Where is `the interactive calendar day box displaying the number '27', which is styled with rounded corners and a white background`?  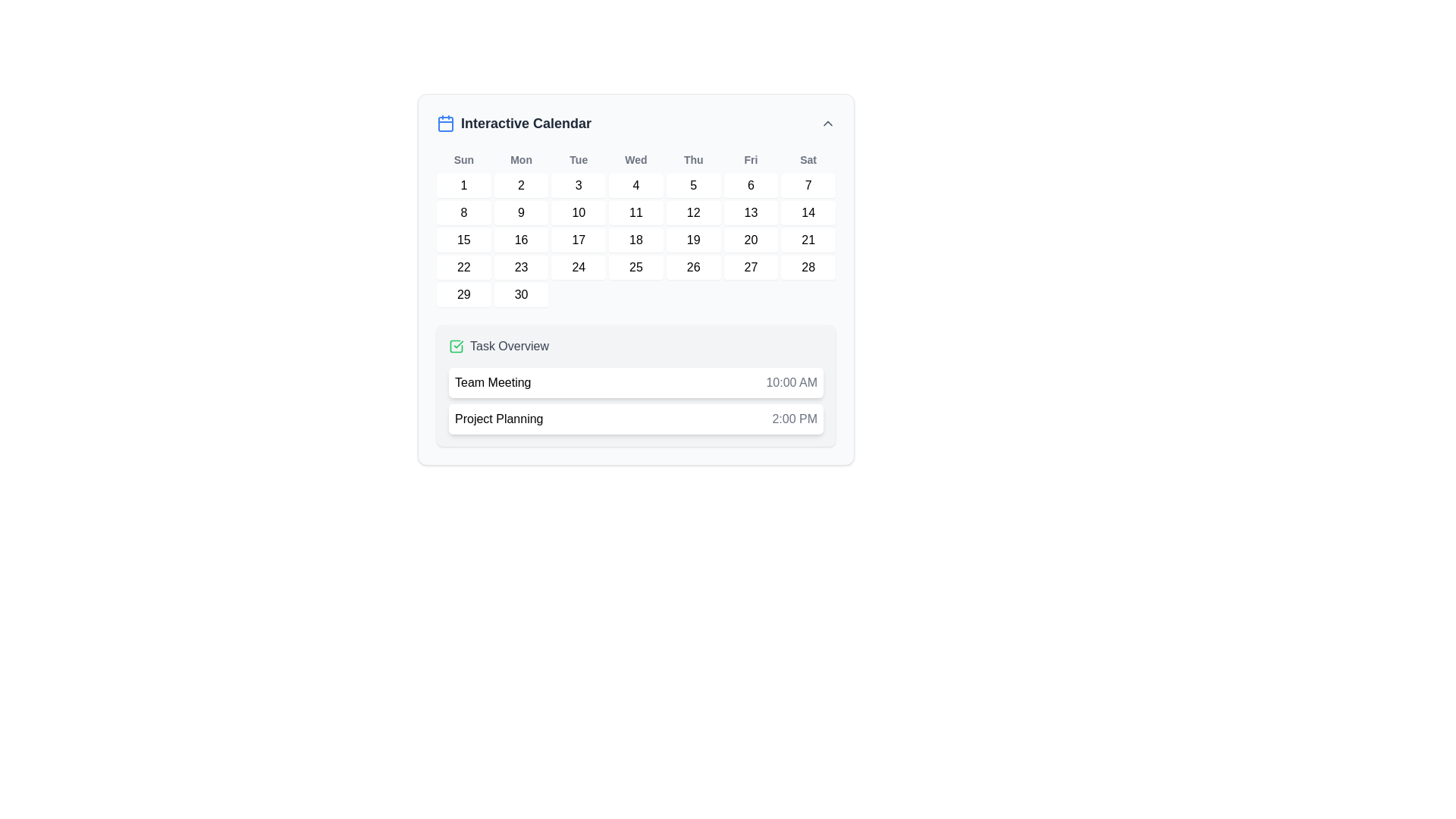
the interactive calendar day box displaying the number '27', which is styled with rounded corners and a white background is located at coordinates (751, 267).